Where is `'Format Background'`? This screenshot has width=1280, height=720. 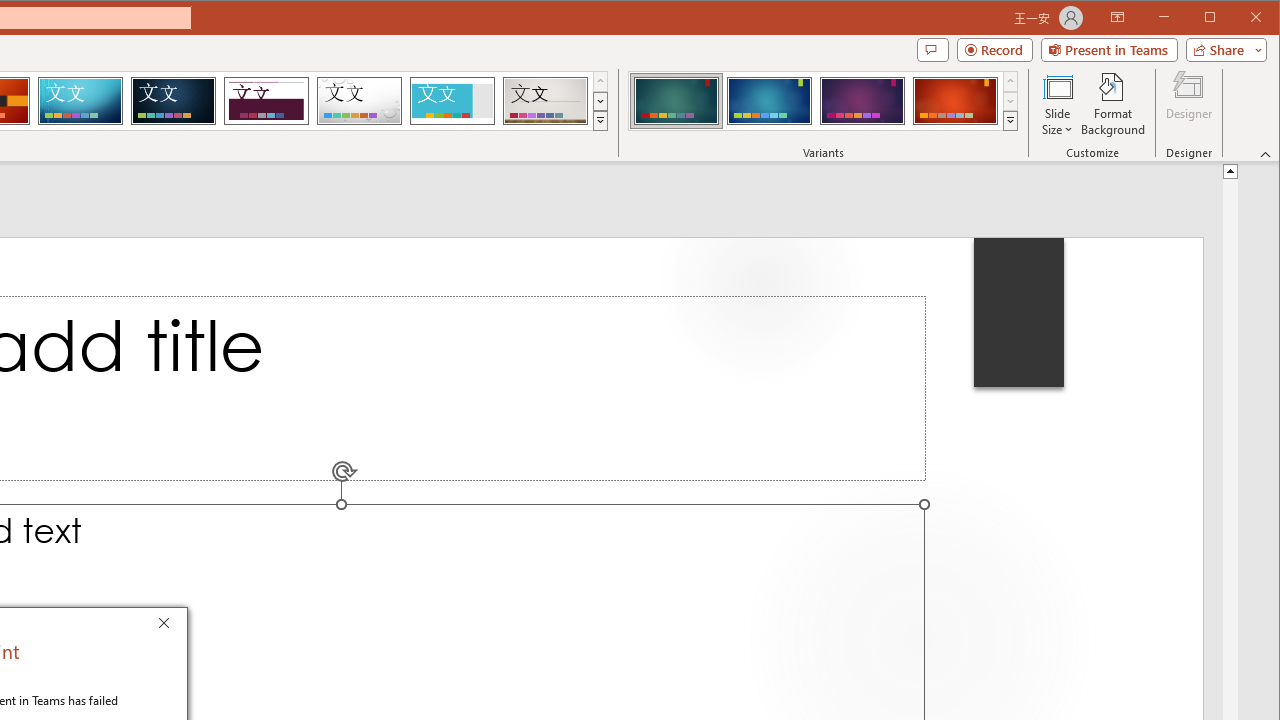
'Format Background' is located at coordinates (1112, 104).